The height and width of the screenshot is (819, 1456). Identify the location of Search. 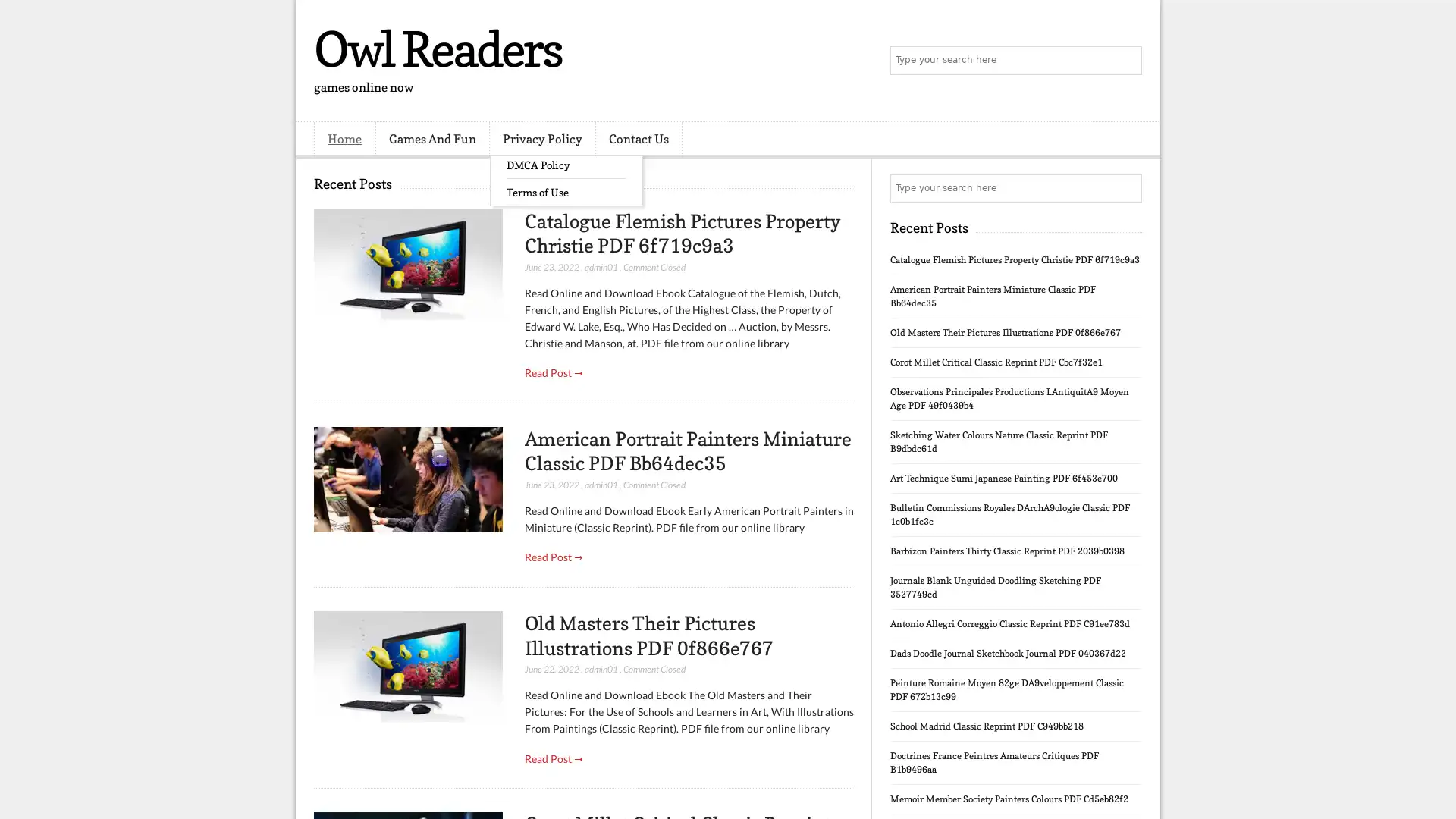
(1126, 188).